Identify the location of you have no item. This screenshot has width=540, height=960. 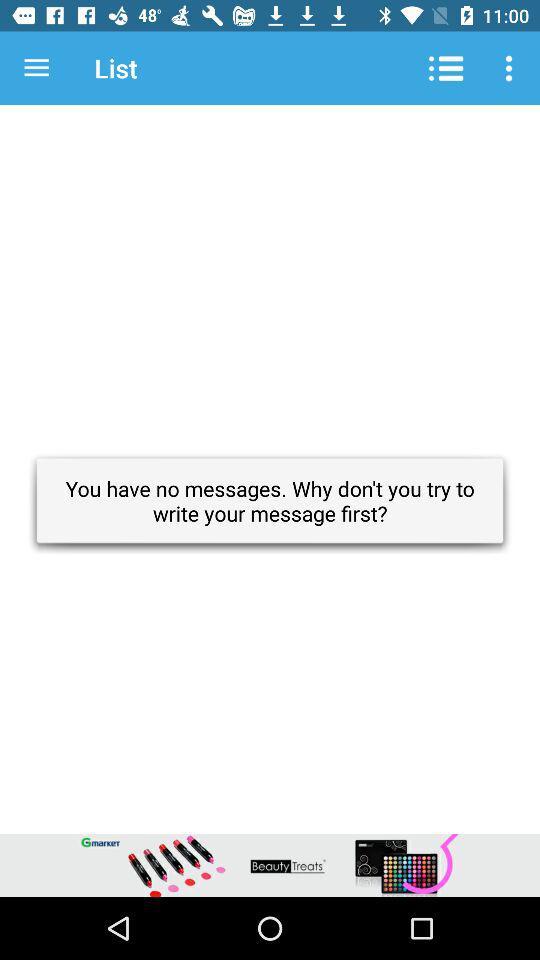
(270, 500).